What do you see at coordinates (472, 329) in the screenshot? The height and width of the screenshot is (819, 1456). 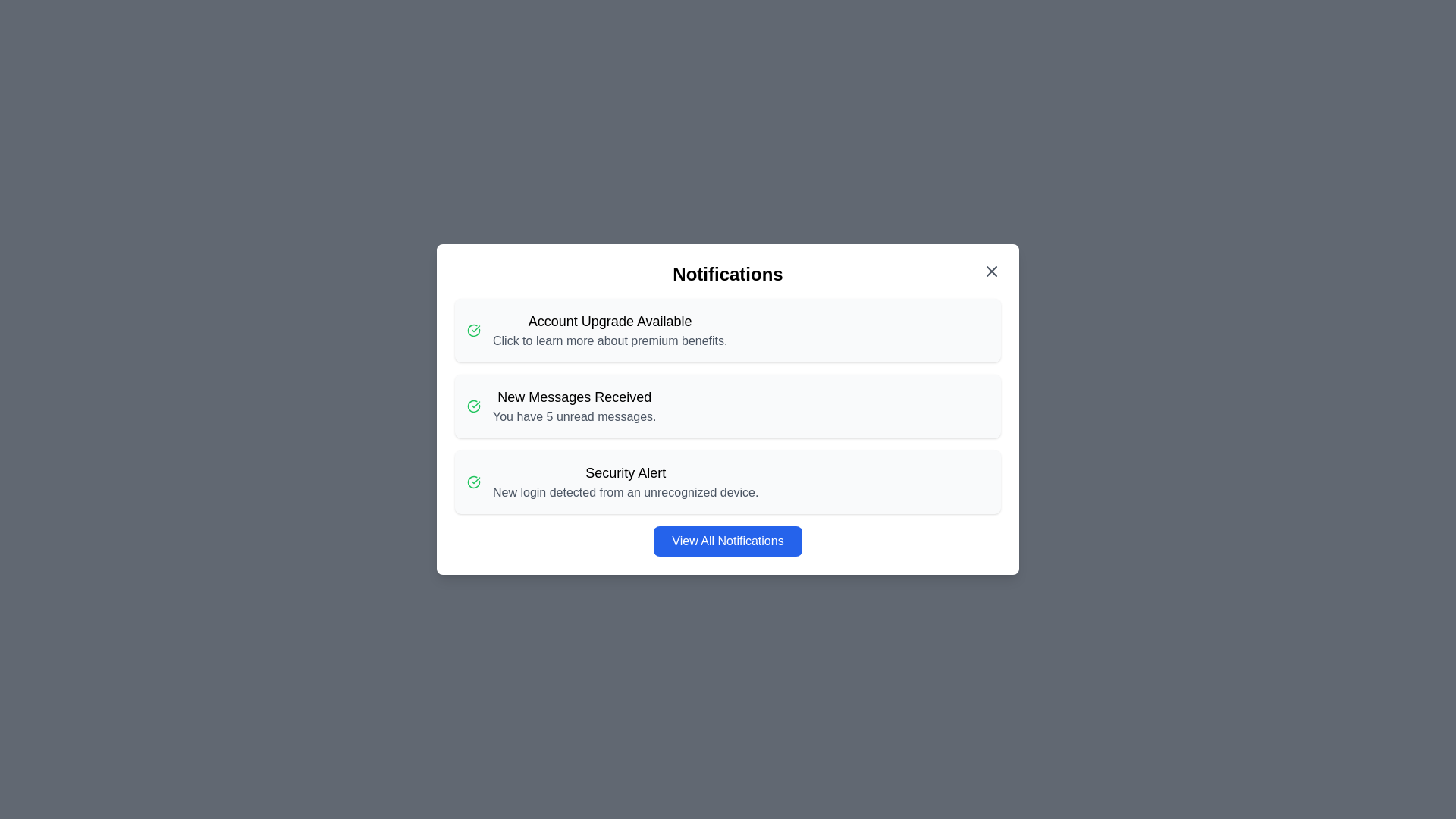 I see `the circular green icon with a checkmark inside, located next to the text 'Account Upgrade Available'` at bounding box center [472, 329].